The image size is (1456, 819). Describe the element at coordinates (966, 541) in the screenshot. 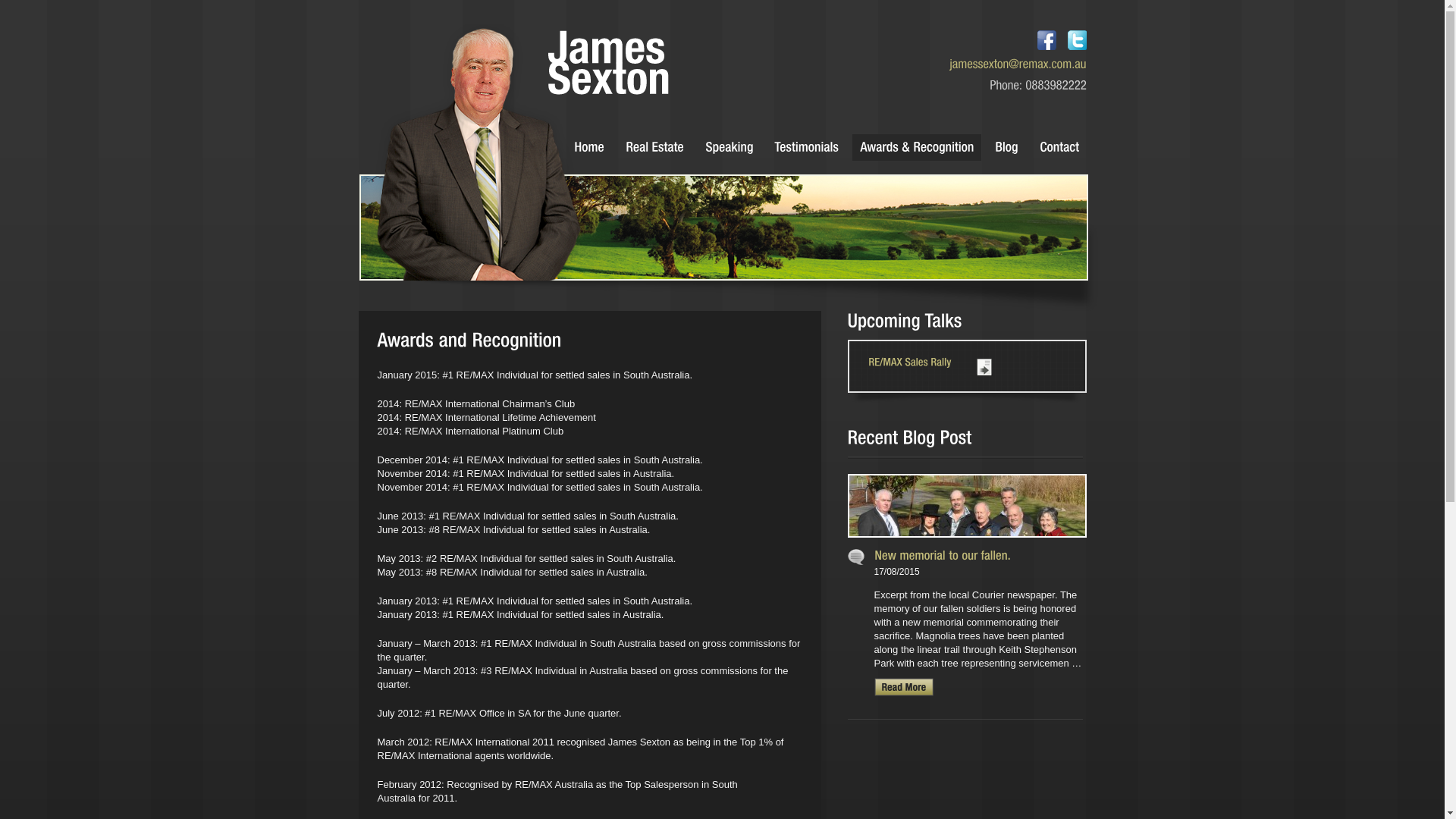

I see `'Permalink to New memorial to our fallen.'` at that location.